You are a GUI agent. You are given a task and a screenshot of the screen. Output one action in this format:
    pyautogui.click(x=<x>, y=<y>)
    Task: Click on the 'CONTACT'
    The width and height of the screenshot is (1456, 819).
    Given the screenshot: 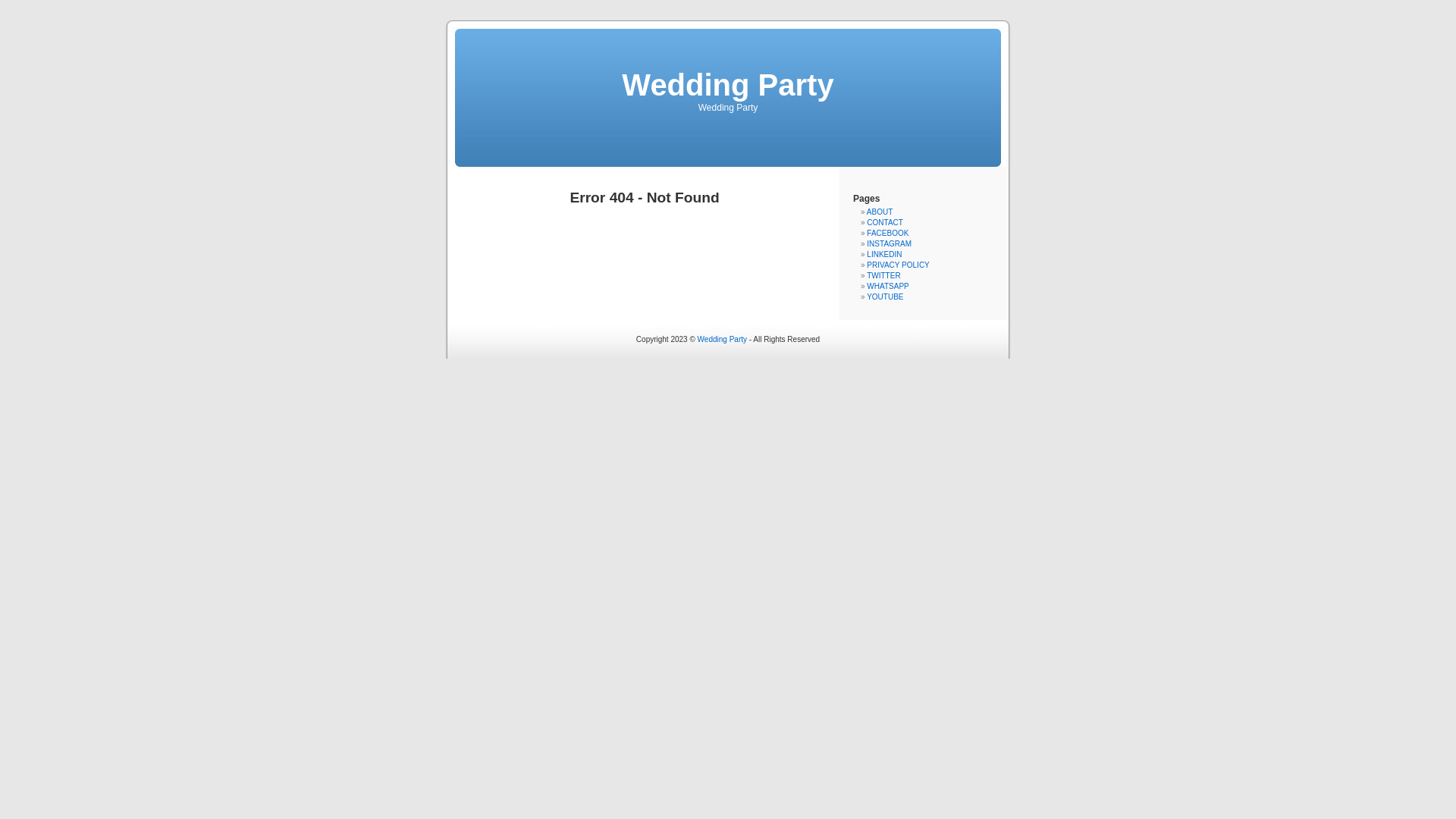 What is the action you would take?
    pyautogui.click(x=884, y=222)
    